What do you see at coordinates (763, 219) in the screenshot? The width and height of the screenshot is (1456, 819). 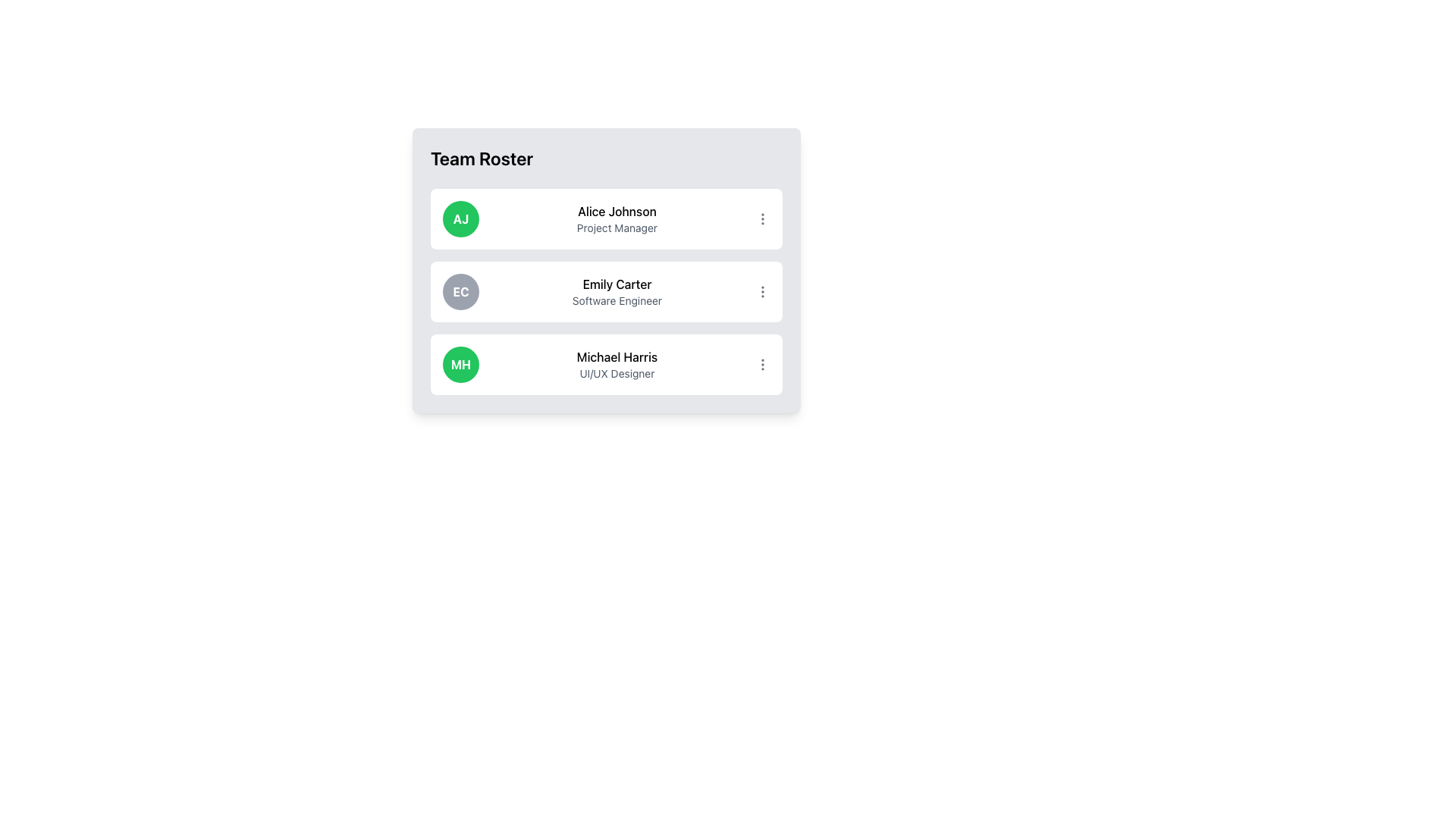 I see `the overflow/menu button located next to 'Alice Johnson'` at bounding box center [763, 219].